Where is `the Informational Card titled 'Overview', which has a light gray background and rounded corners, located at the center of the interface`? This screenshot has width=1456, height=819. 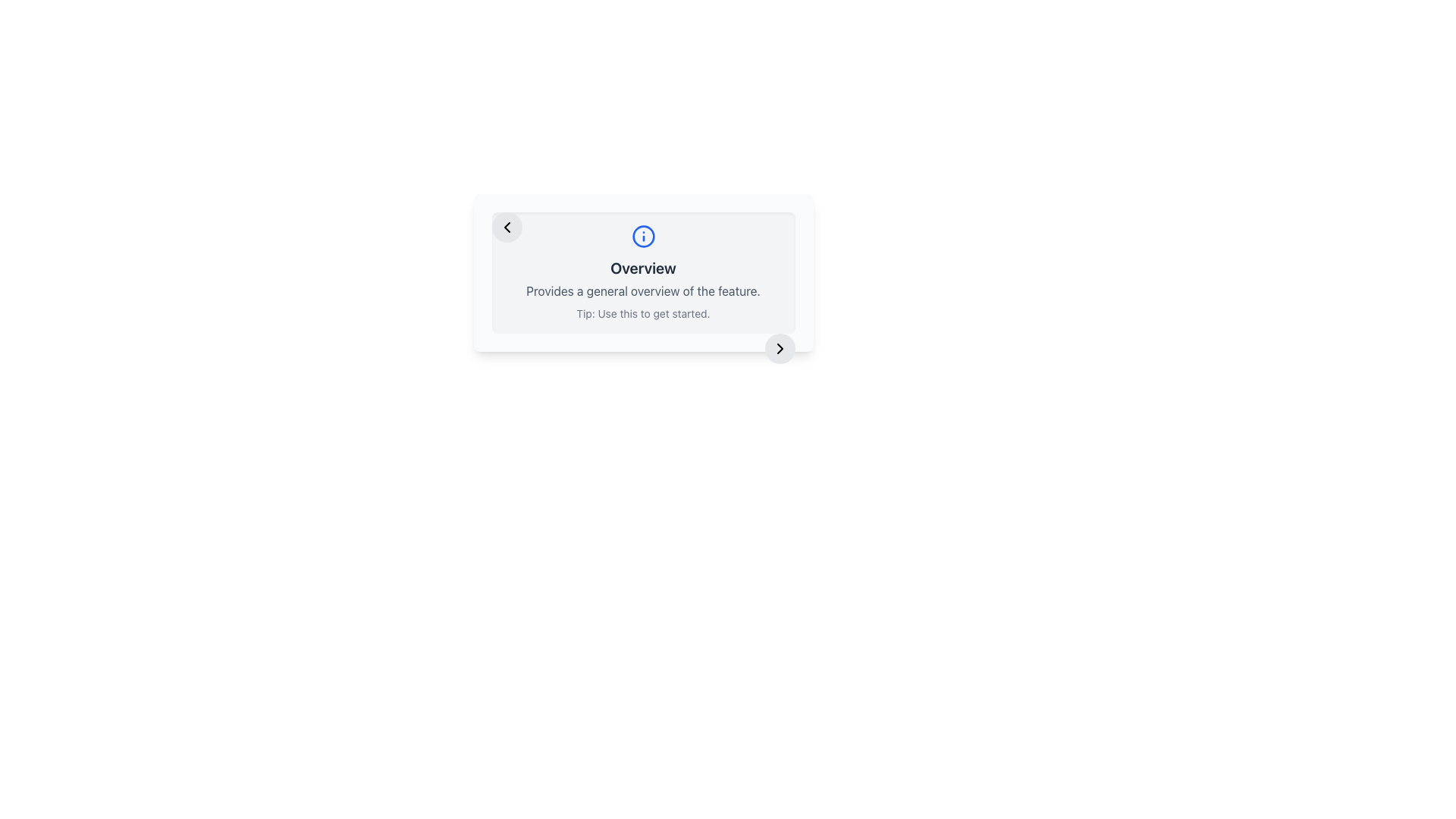
the Informational Card titled 'Overview', which has a light gray background and rounded corners, located at the center of the interface is located at coordinates (643, 271).